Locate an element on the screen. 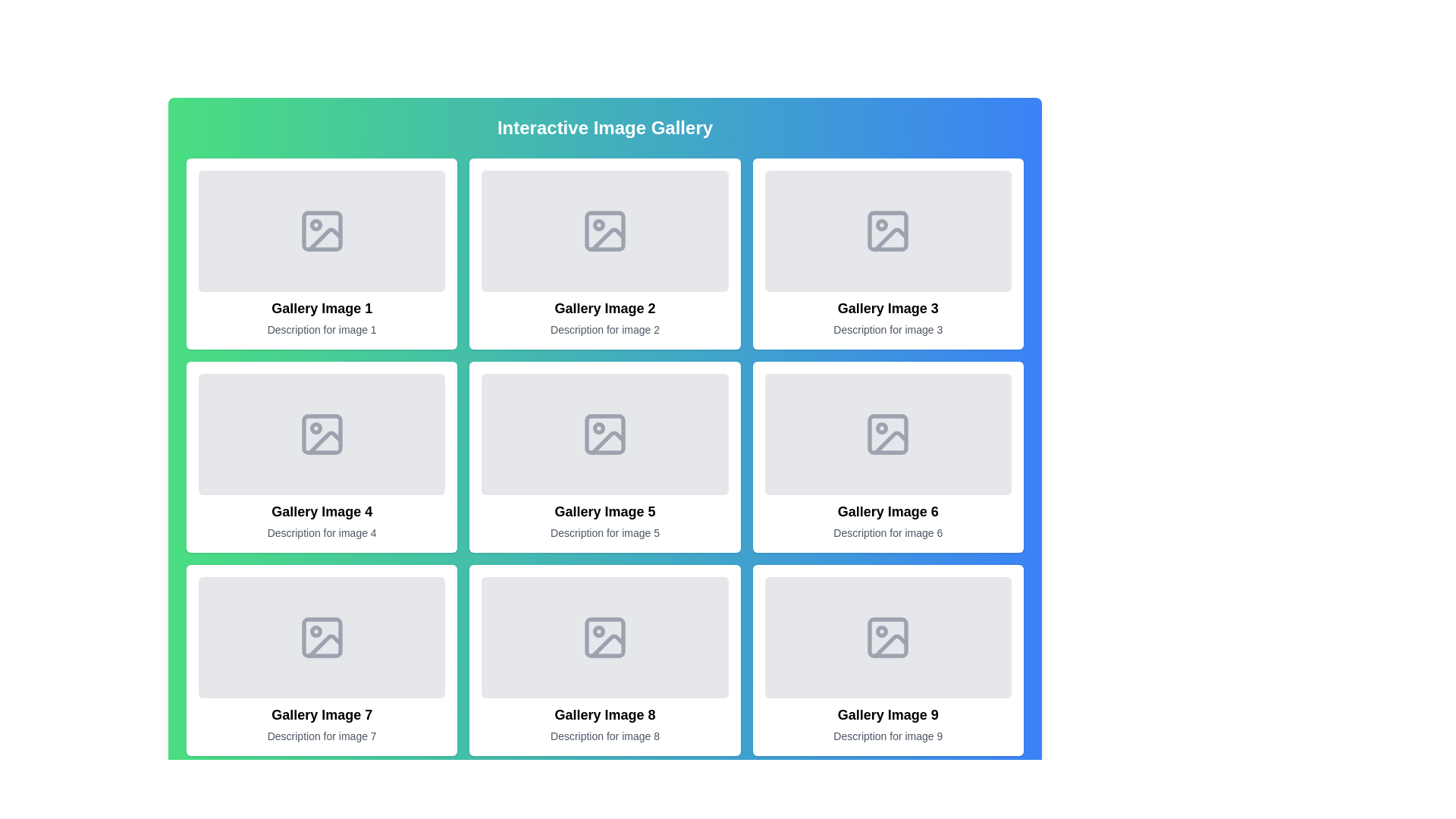 The height and width of the screenshot is (819, 1456). the graphical marker, a small circular dot located at the center of the icon representing 'Gallery Image 8', which is part of a 3x3 grid layout is located at coordinates (598, 632).